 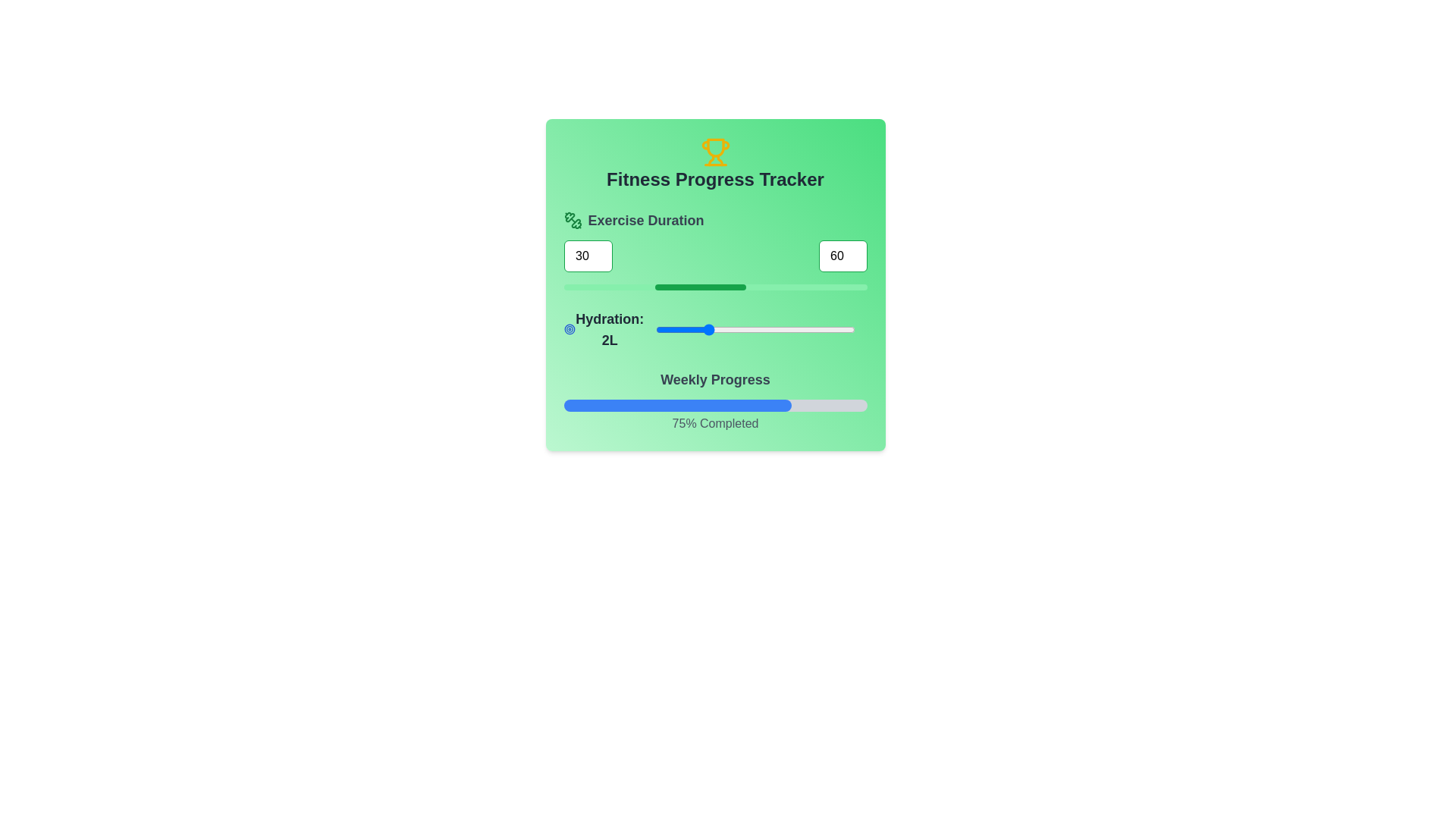 What do you see at coordinates (755, 329) in the screenshot?
I see `the thumb of the hydration range slider located below the 'Hydration: 2L' label` at bounding box center [755, 329].